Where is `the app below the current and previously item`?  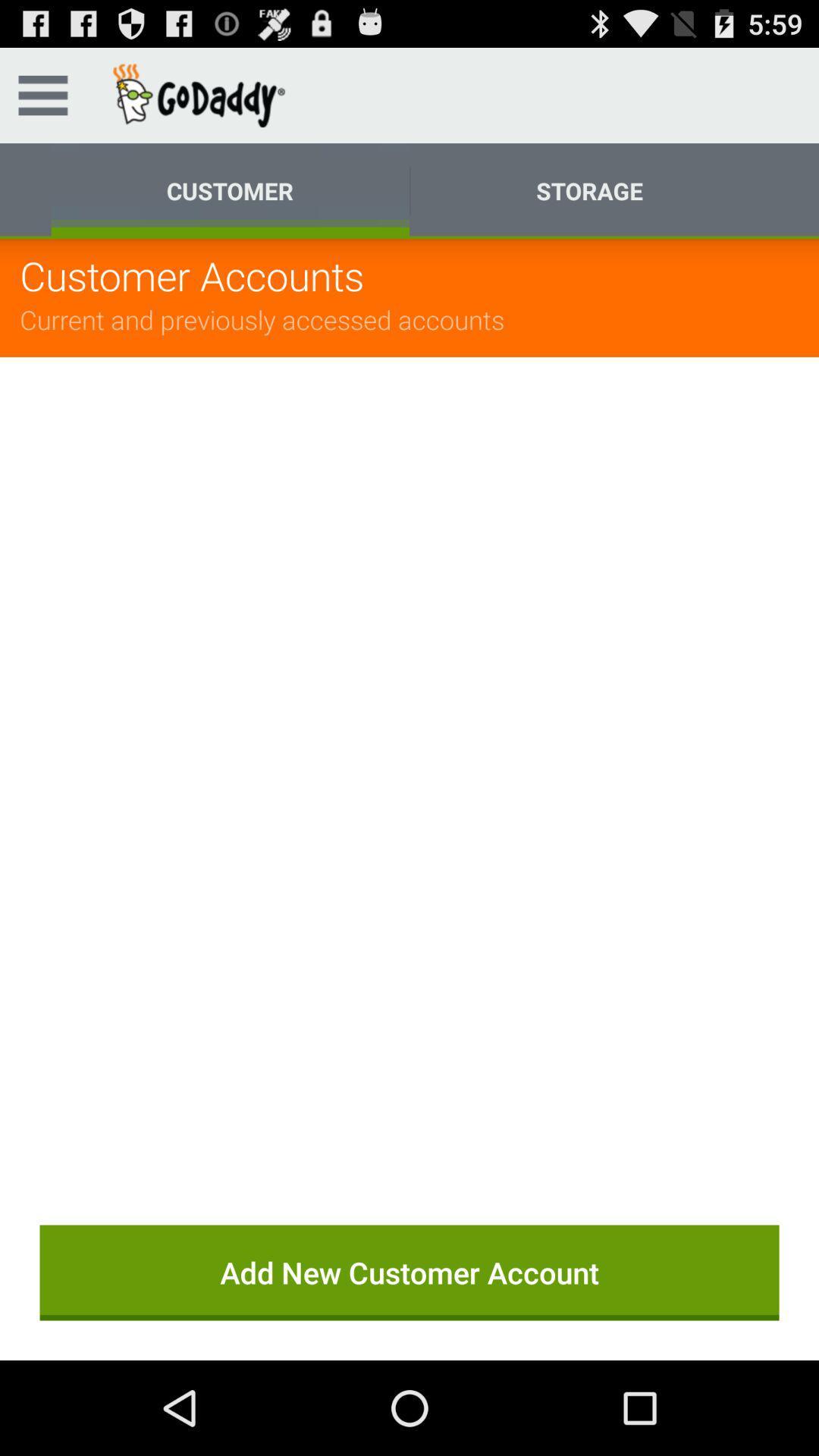 the app below the current and previously item is located at coordinates (409, 771).